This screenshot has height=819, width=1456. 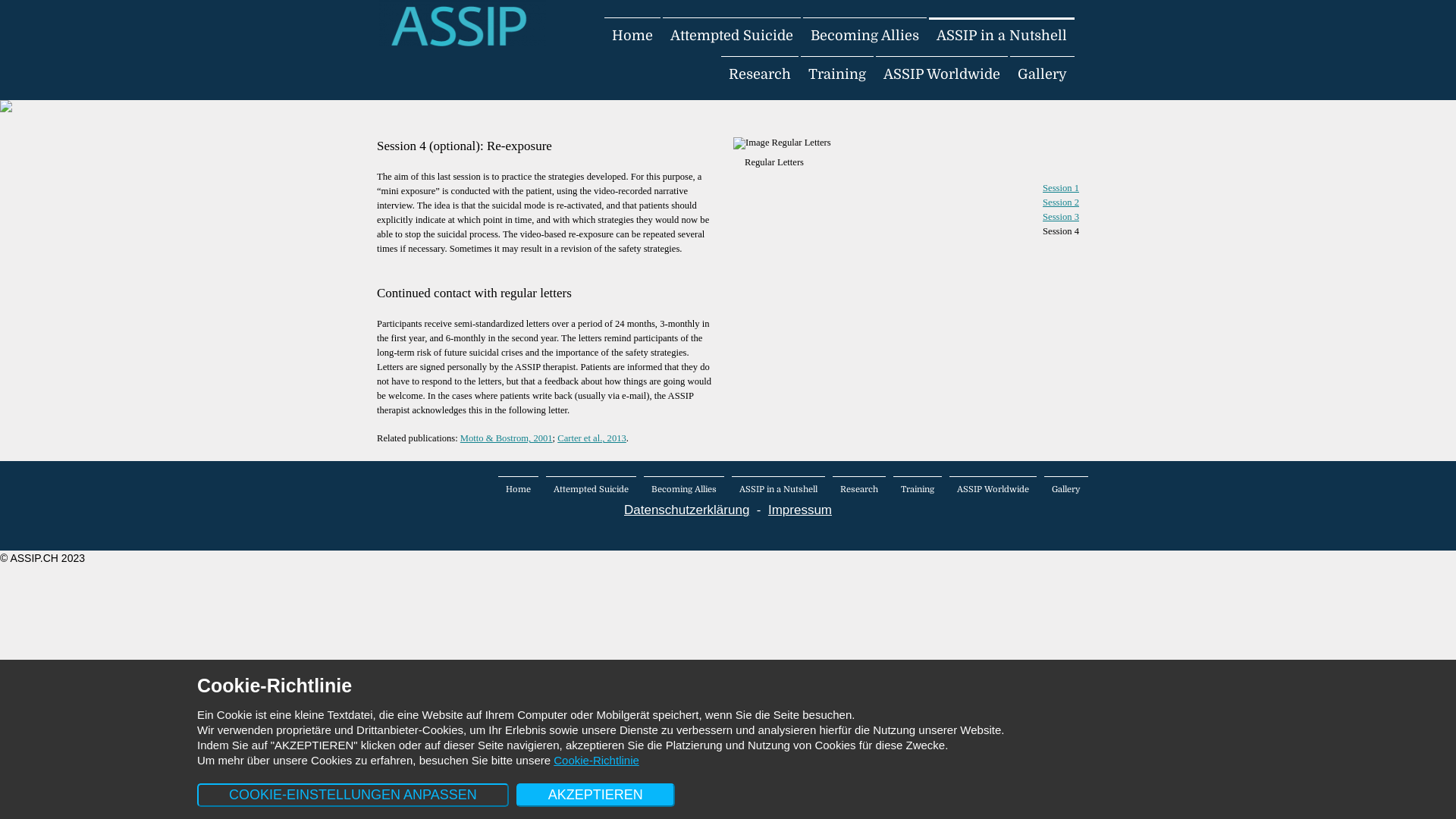 What do you see at coordinates (683, 488) in the screenshot?
I see `'Becoming Allies'` at bounding box center [683, 488].